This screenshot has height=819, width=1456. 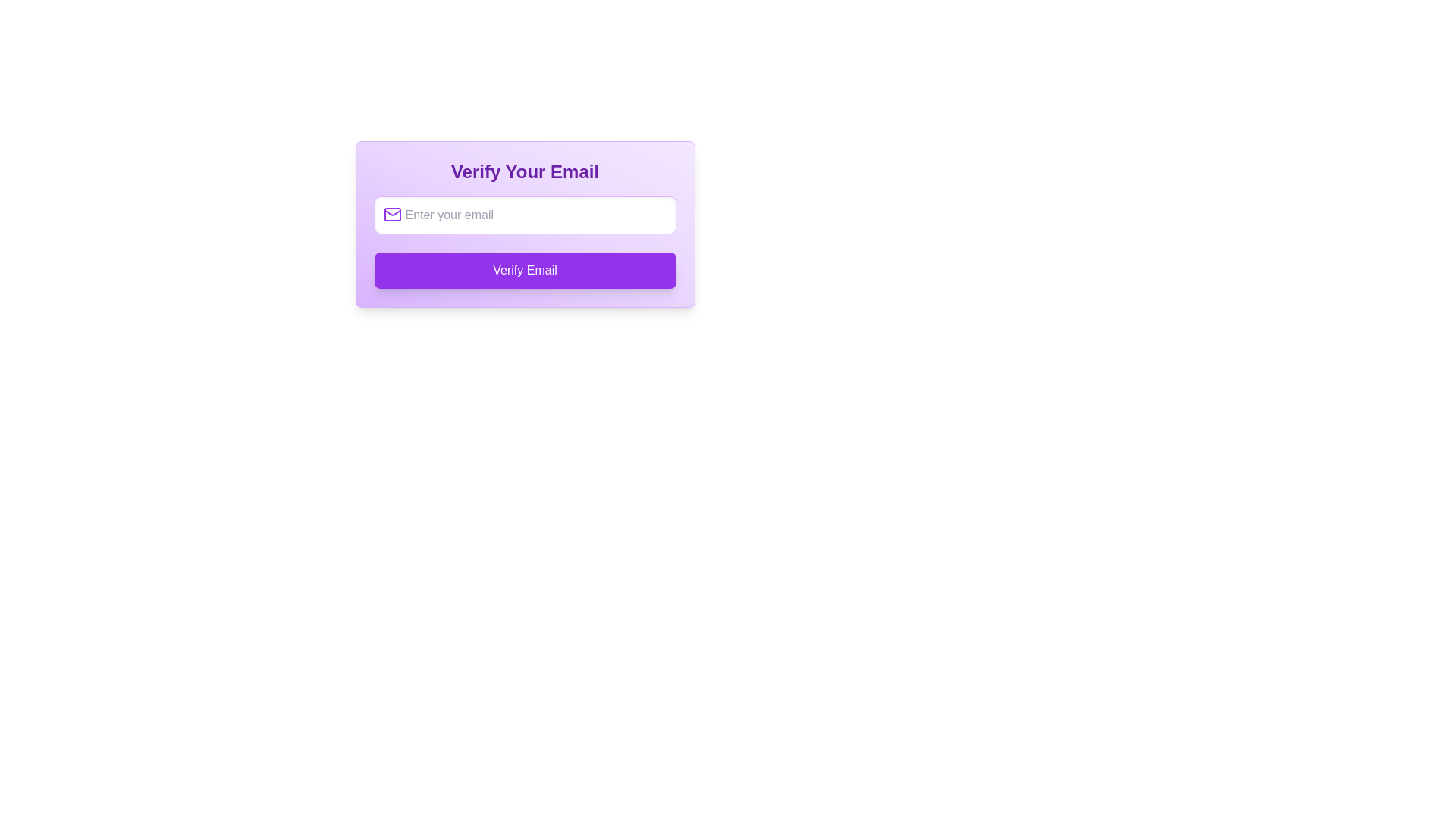 What do you see at coordinates (392, 214) in the screenshot?
I see `the decorative icon that visually represents the email input field, located to the left of the 'Enter your email' placeholder text` at bounding box center [392, 214].